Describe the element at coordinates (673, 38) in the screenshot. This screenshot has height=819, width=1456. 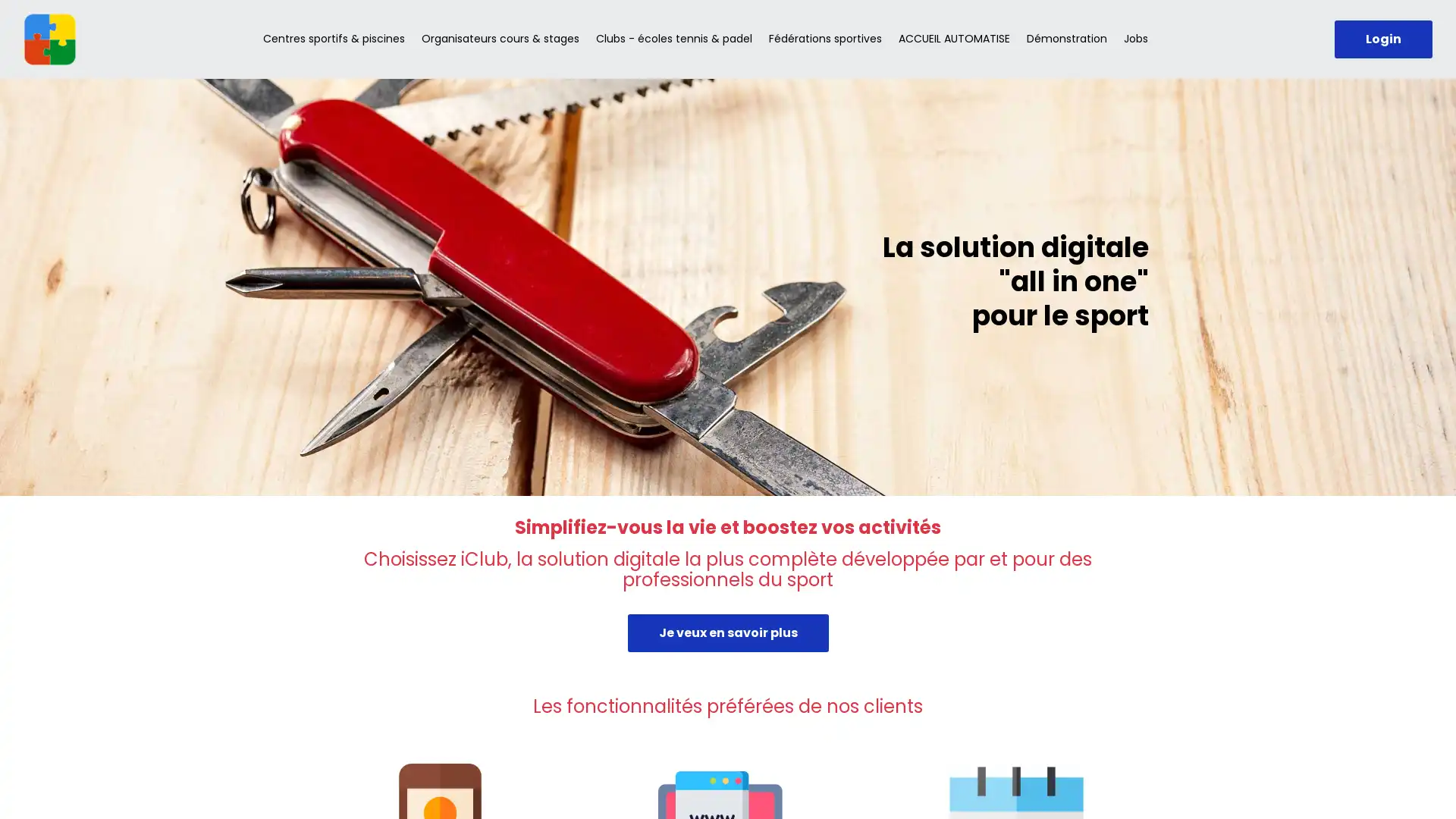
I see `Clubs - ecoles tennis & padel` at that location.